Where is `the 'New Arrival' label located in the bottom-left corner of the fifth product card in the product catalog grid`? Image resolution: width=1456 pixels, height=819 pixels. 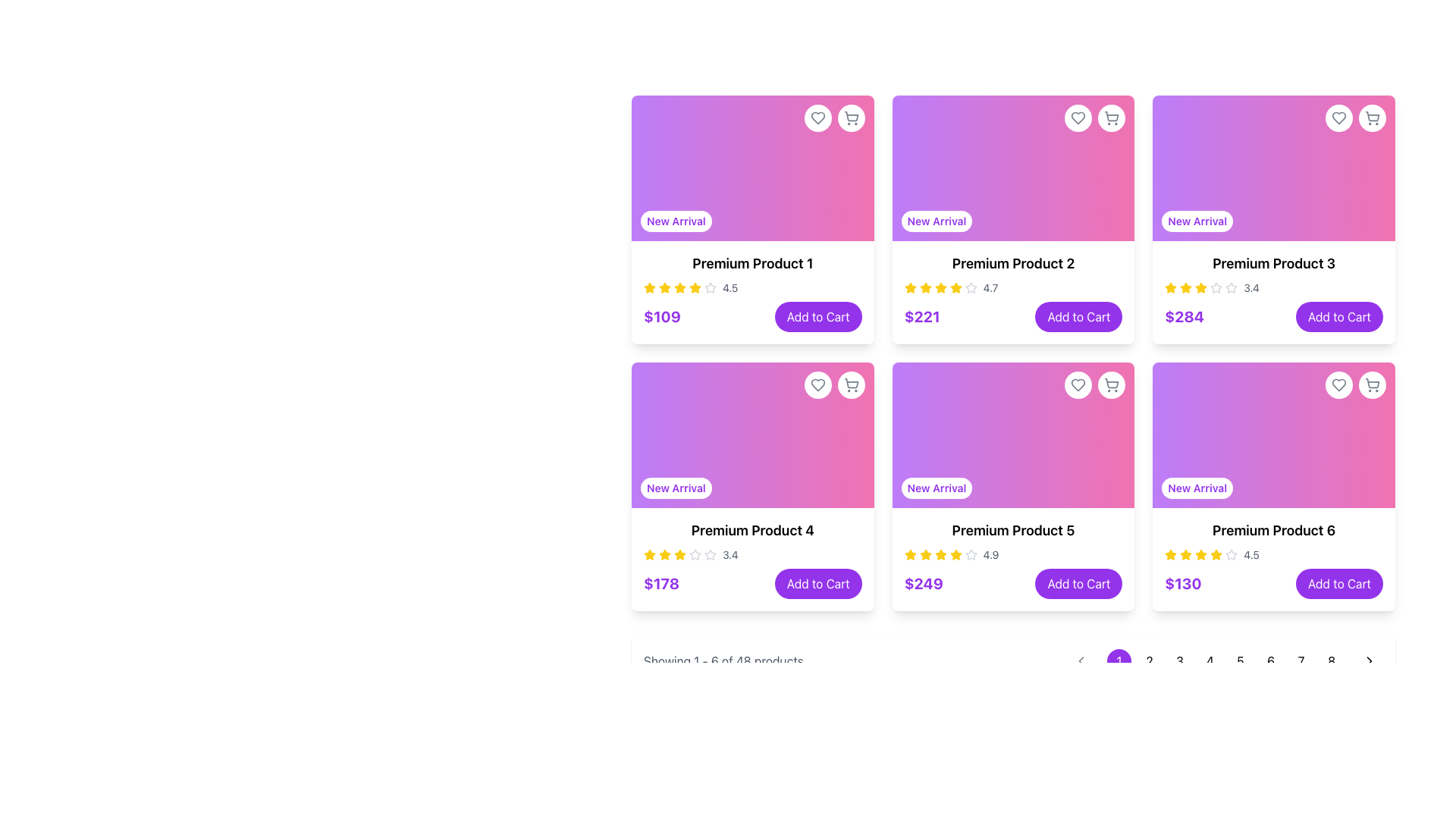 the 'New Arrival' label located in the bottom-left corner of the fifth product card in the product catalog grid is located at coordinates (936, 488).